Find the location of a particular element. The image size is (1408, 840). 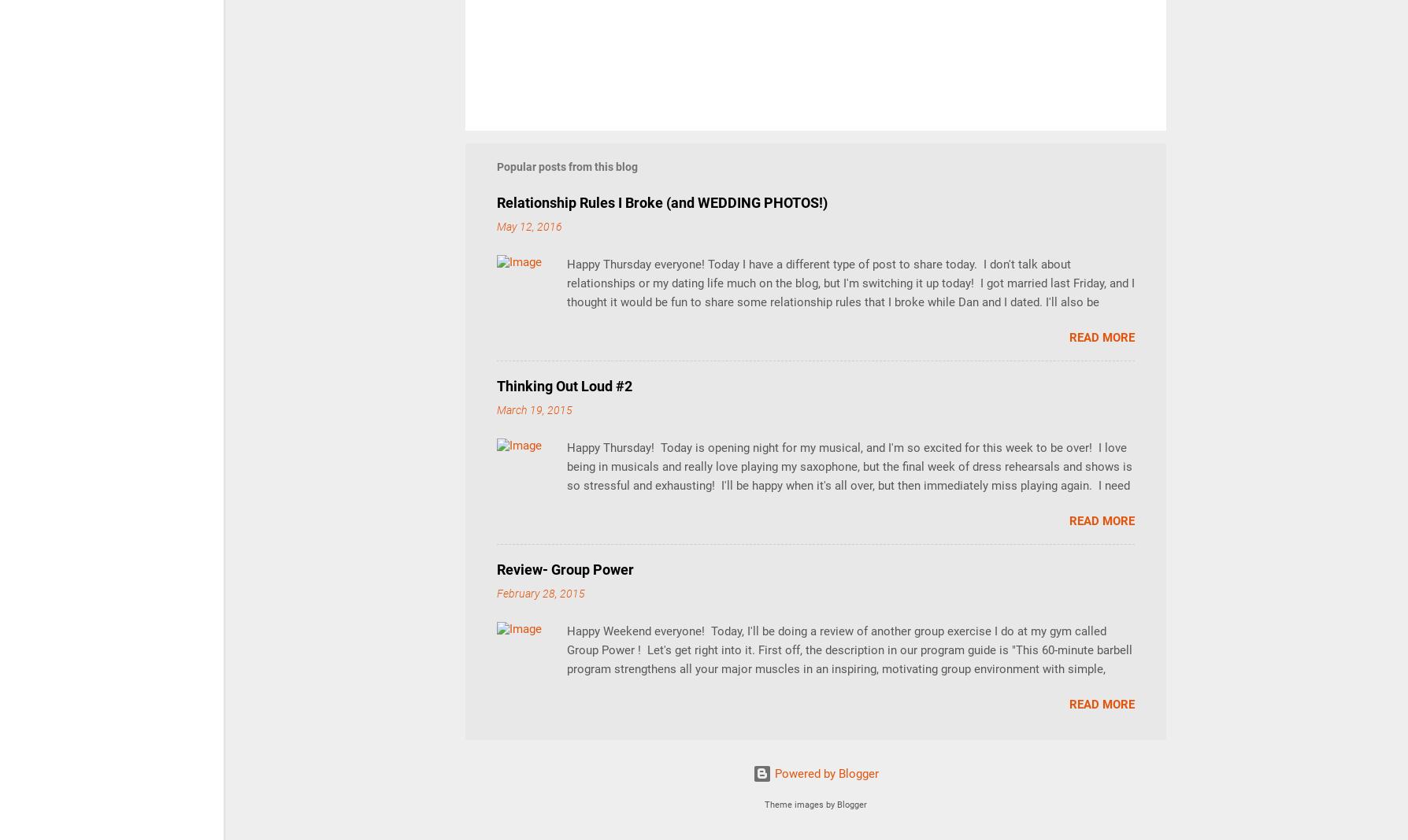

'Thinking Out Loud #2' is located at coordinates (563, 385).